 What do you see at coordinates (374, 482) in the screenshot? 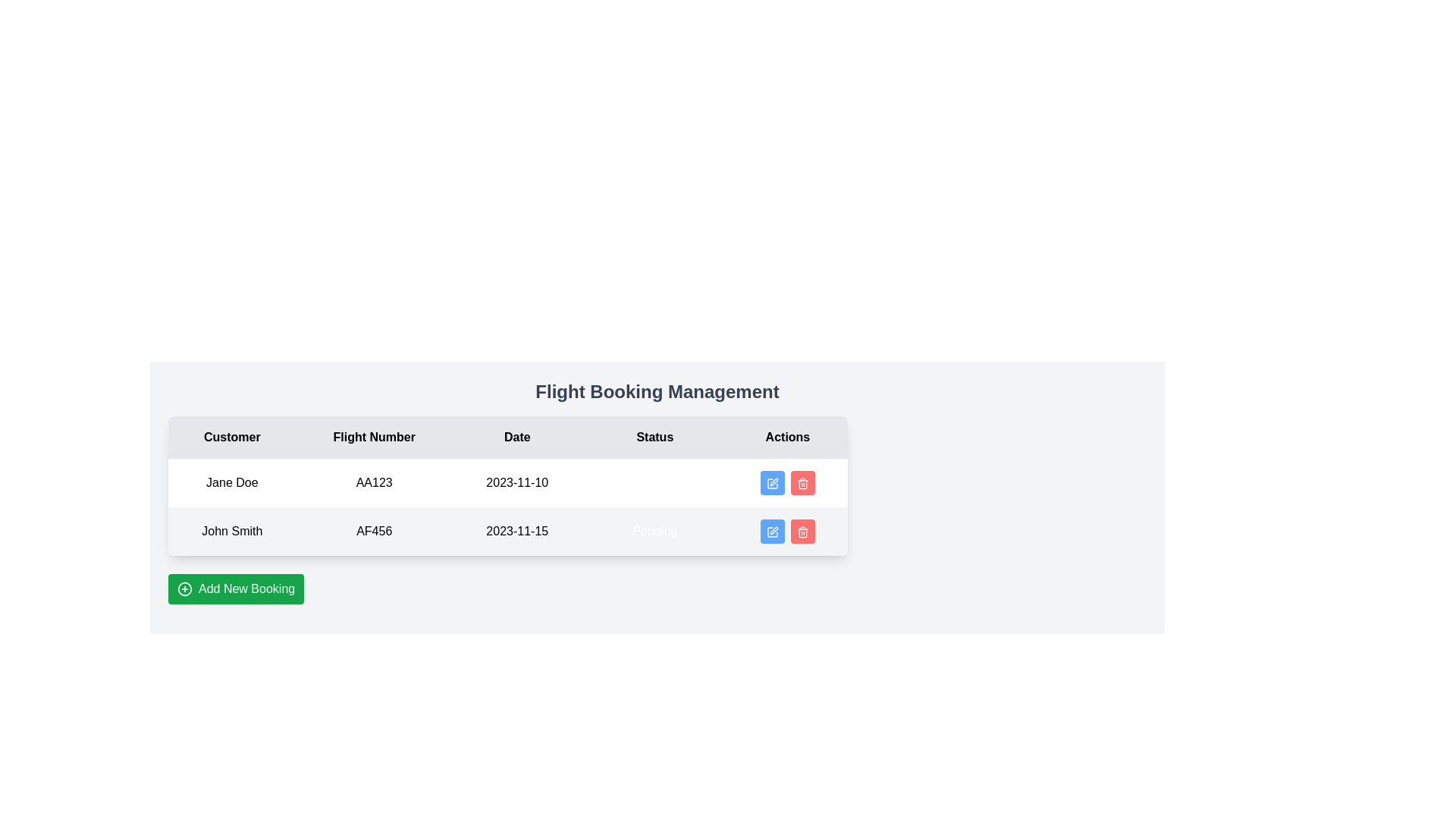
I see `the static text label displaying the flight number 'AA123' located in the second column of the first data row beneath the 'Flight Number' header` at bounding box center [374, 482].